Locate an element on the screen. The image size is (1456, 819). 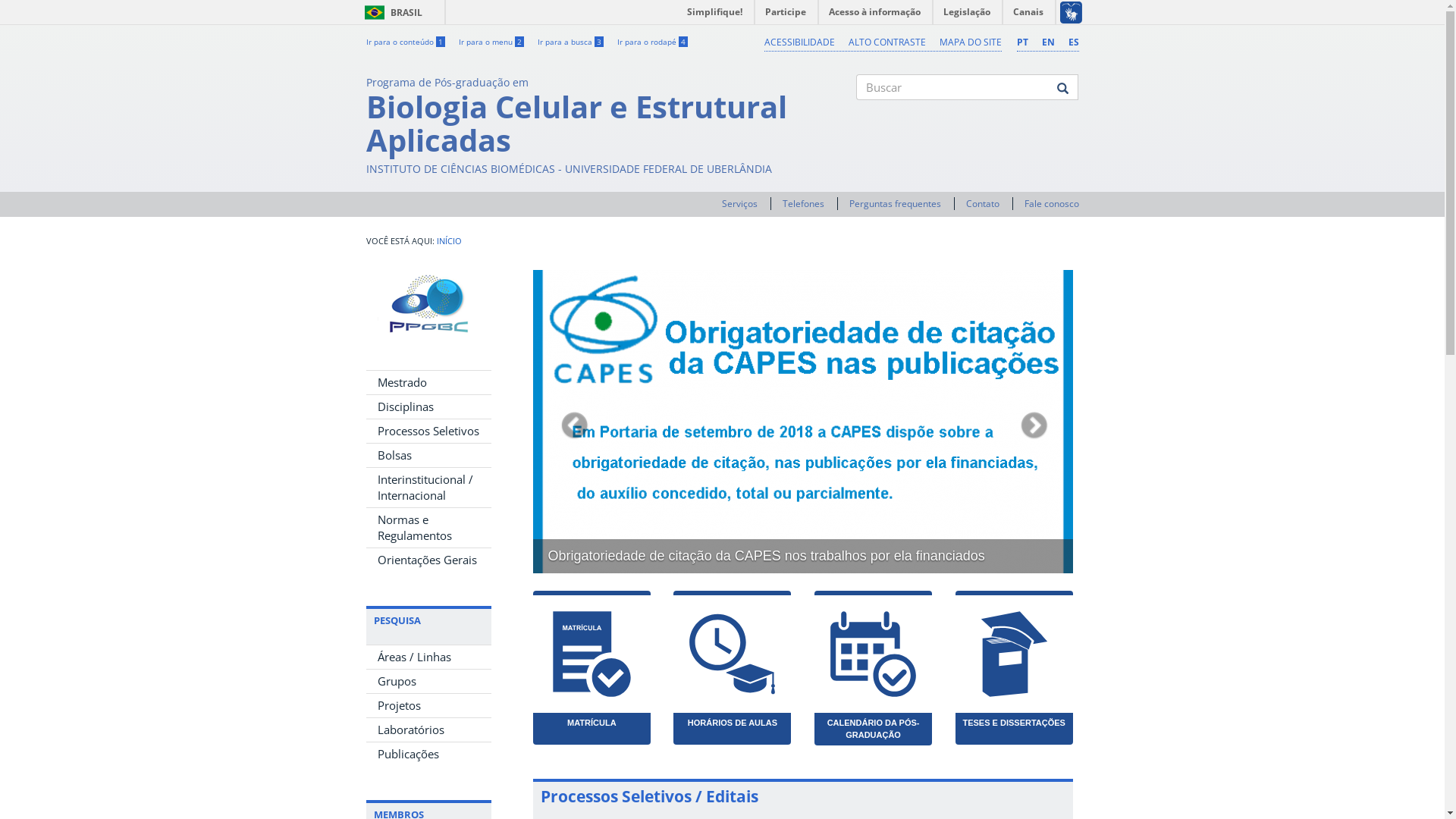
'MAPA DO SITE' is located at coordinates (968, 41).